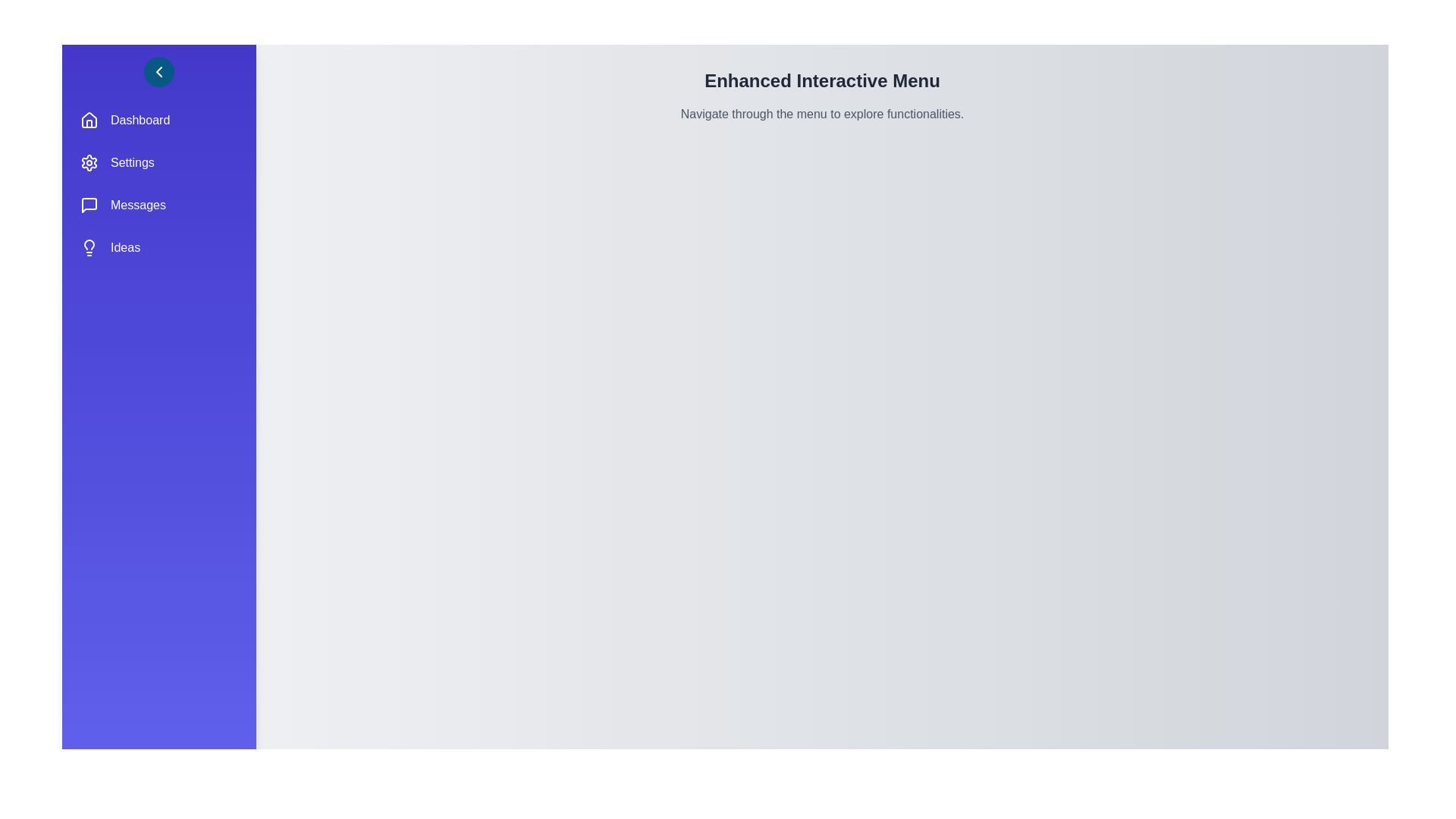 The height and width of the screenshot is (819, 1456). What do you see at coordinates (159, 119) in the screenshot?
I see `the menu item Dashboard to select it` at bounding box center [159, 119].